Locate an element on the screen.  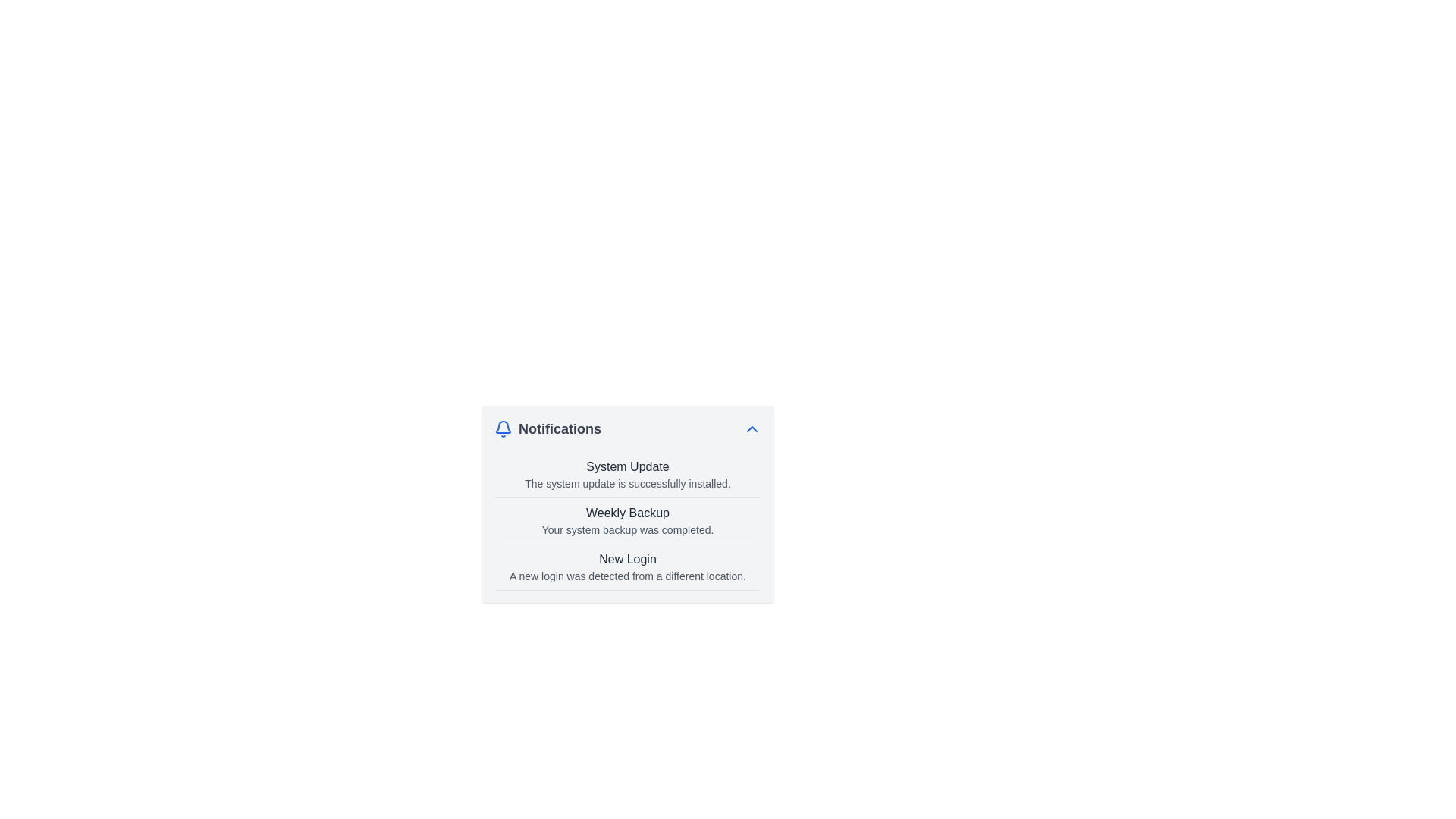
the upward-pointing chevron icon with blue coloring in the notifications section header is located at coordinates (752, 429).